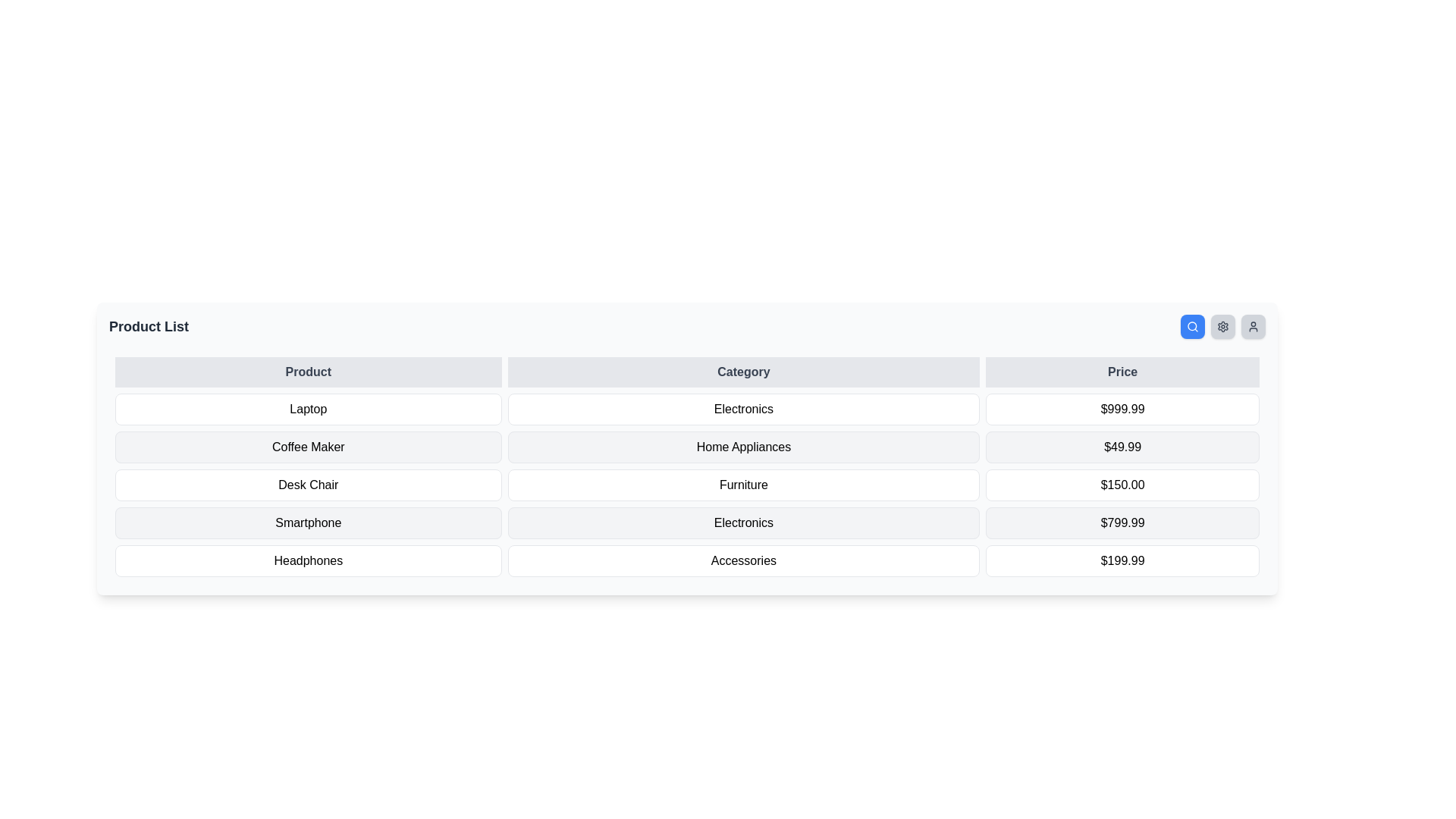  What do you see at coordinates (1122, 409) in the screenshot?
I see `the table cell displaying the price '$999.99' in the Price column for the Laptop row` at bounding box center [1122, 409].